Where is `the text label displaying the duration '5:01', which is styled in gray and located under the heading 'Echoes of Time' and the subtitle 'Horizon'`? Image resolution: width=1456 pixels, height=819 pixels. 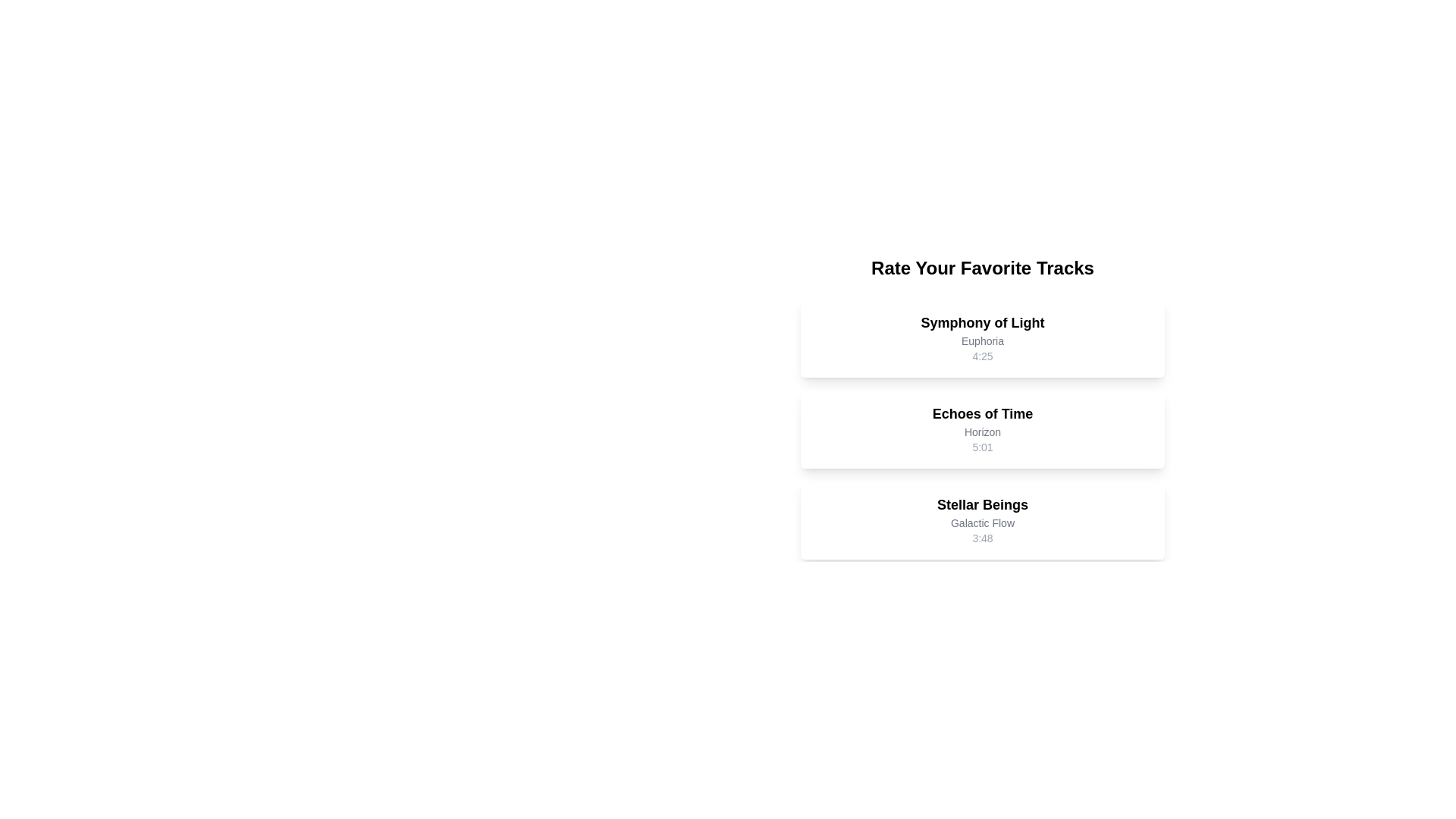 the text label displaying the duration '5:01', which is styled in gray and located under the heading 'Echoes of Time' and the subtitle 'Horizon' is located at coordinates (983, 447).